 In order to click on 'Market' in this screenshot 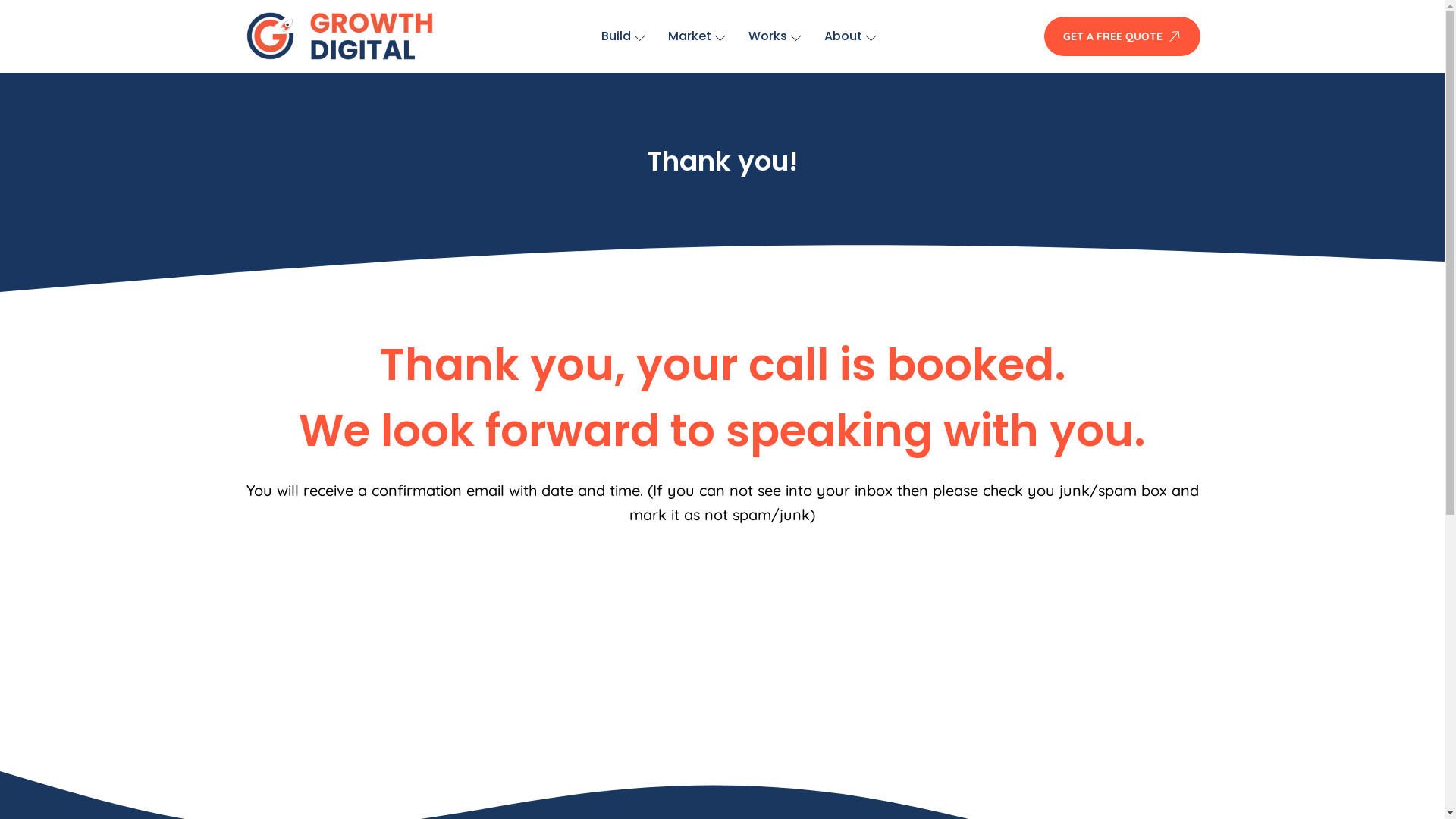, I will do `click(695, 35)`.